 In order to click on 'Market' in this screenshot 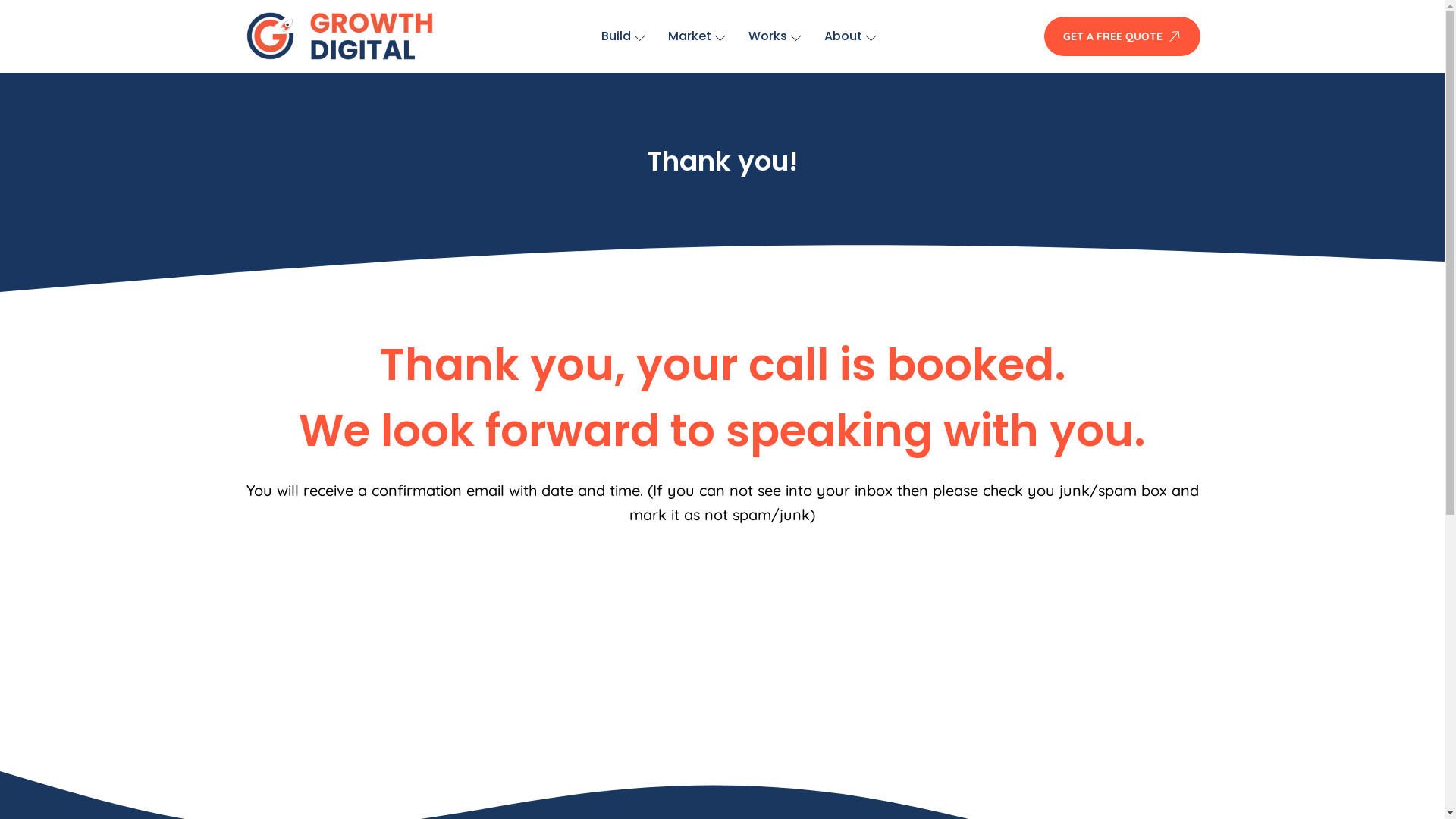, I will do `click(695, 35)`.